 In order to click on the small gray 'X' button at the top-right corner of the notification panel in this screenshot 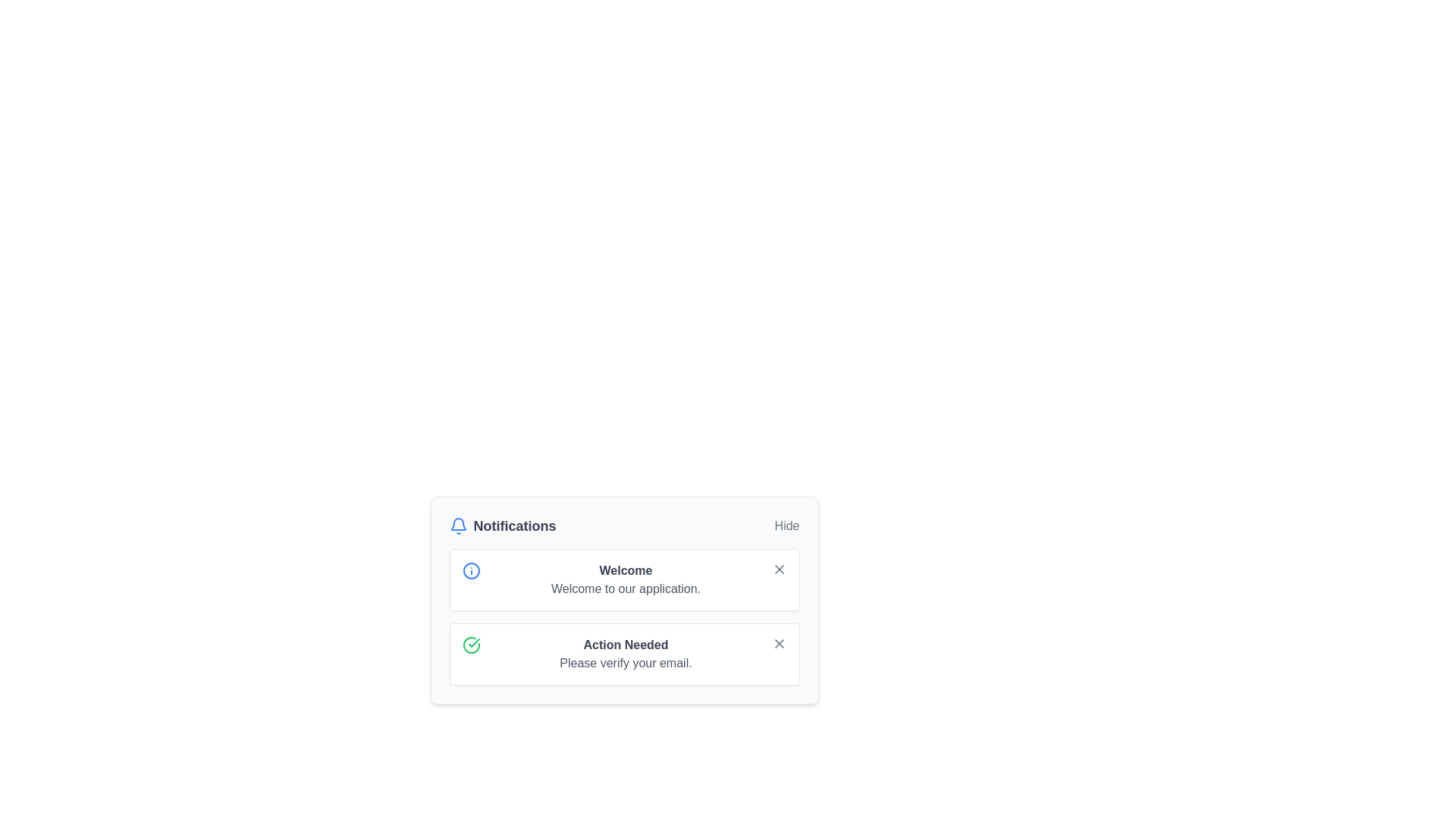, I will do `click(779, 570)`.